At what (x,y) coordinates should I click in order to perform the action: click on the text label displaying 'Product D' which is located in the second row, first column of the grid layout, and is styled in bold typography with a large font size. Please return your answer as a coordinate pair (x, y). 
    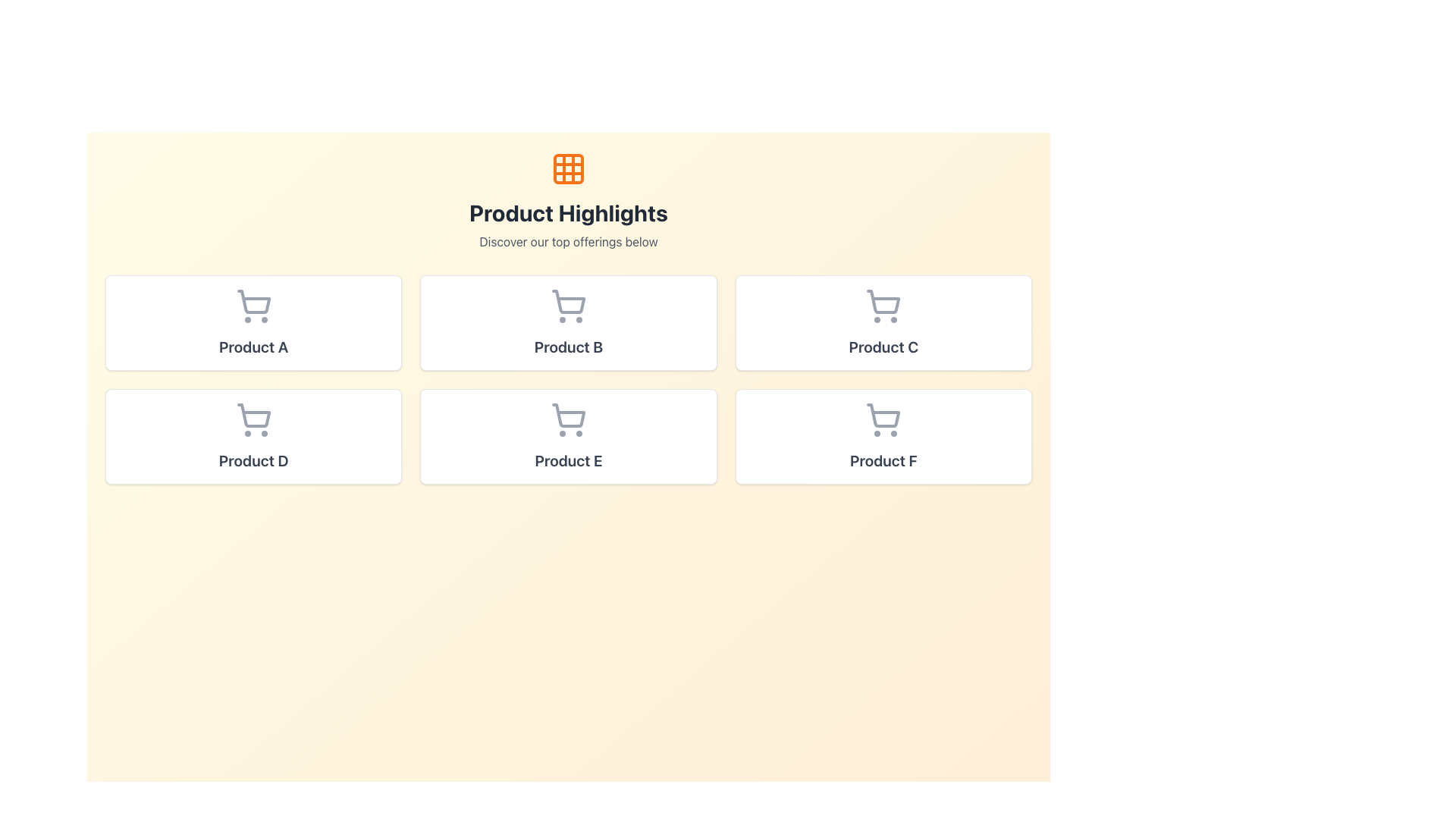
    Looking at the image, I should click on (253, 460).